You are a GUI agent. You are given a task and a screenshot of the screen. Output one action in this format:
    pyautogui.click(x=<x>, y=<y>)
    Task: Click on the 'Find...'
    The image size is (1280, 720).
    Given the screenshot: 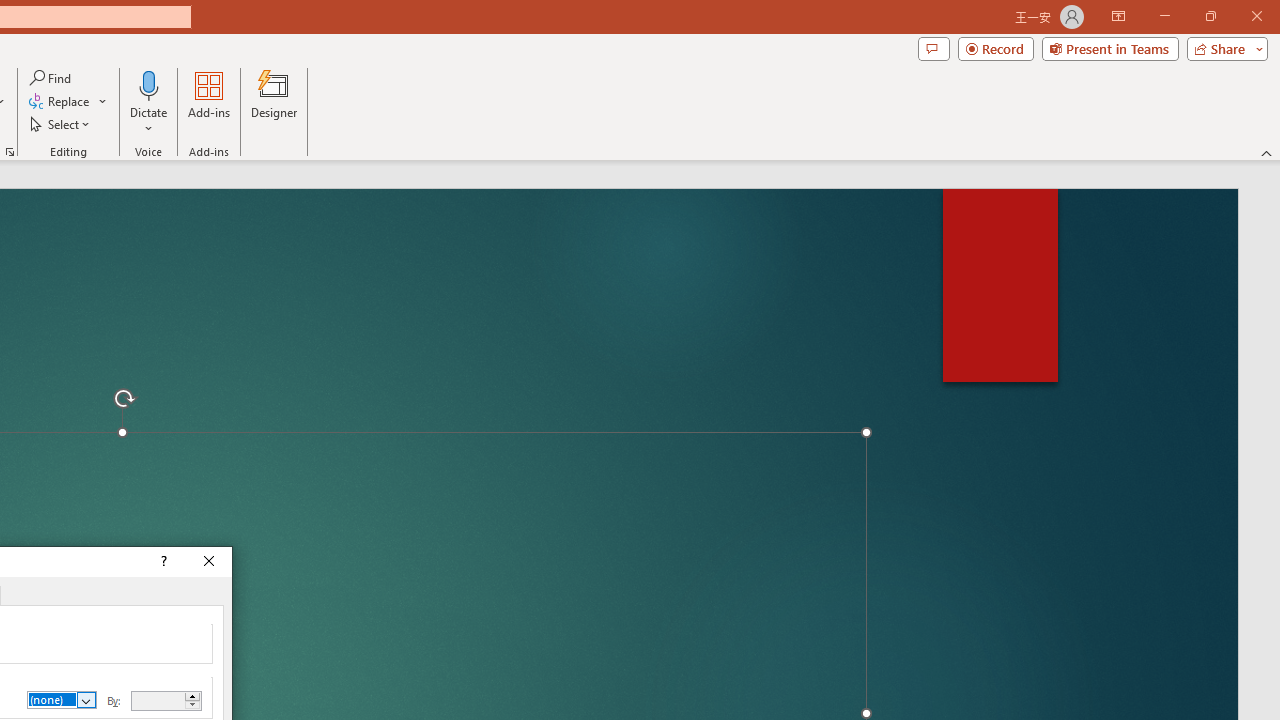 What is the action you would take?
    pyautogui.click(x=51, y=77)
    